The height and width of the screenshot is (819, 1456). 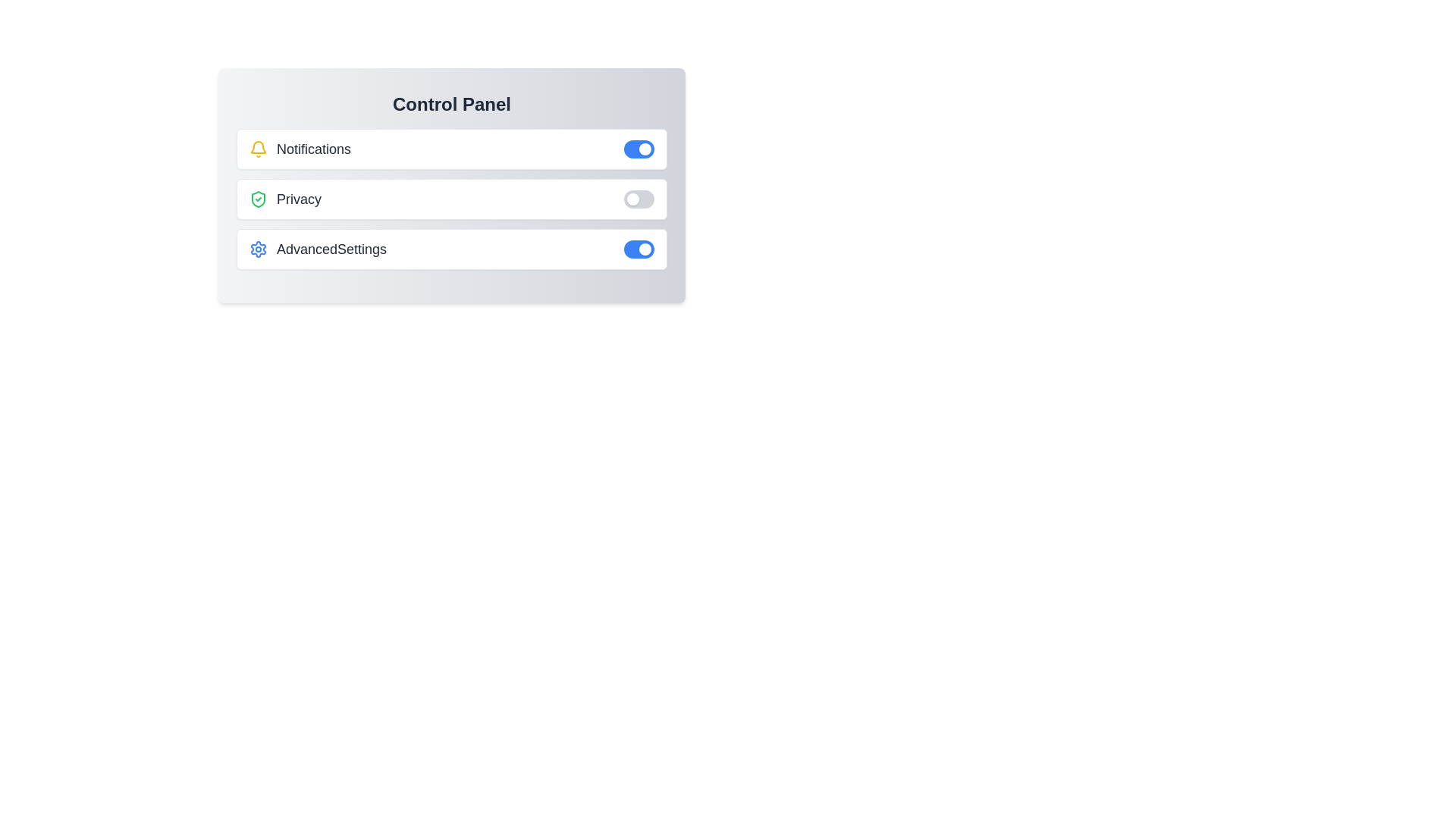 I want to click on the text label of the feature AdvancedSettings, so click(x=316, y=248).